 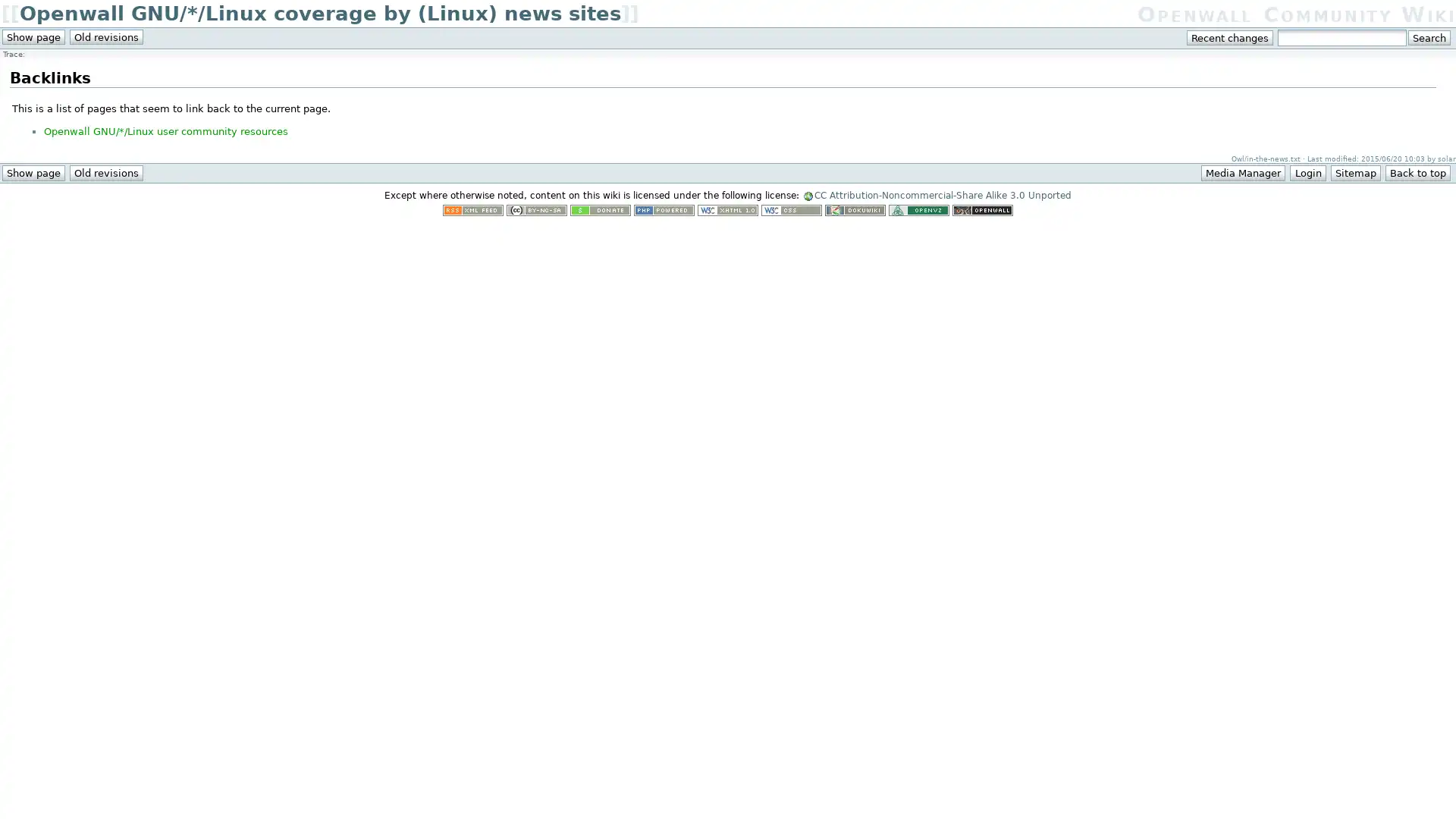 What do you see at coordinates (105, 36) in the screenshot?
I see `Old revisions` at bounding box center [105, 36].